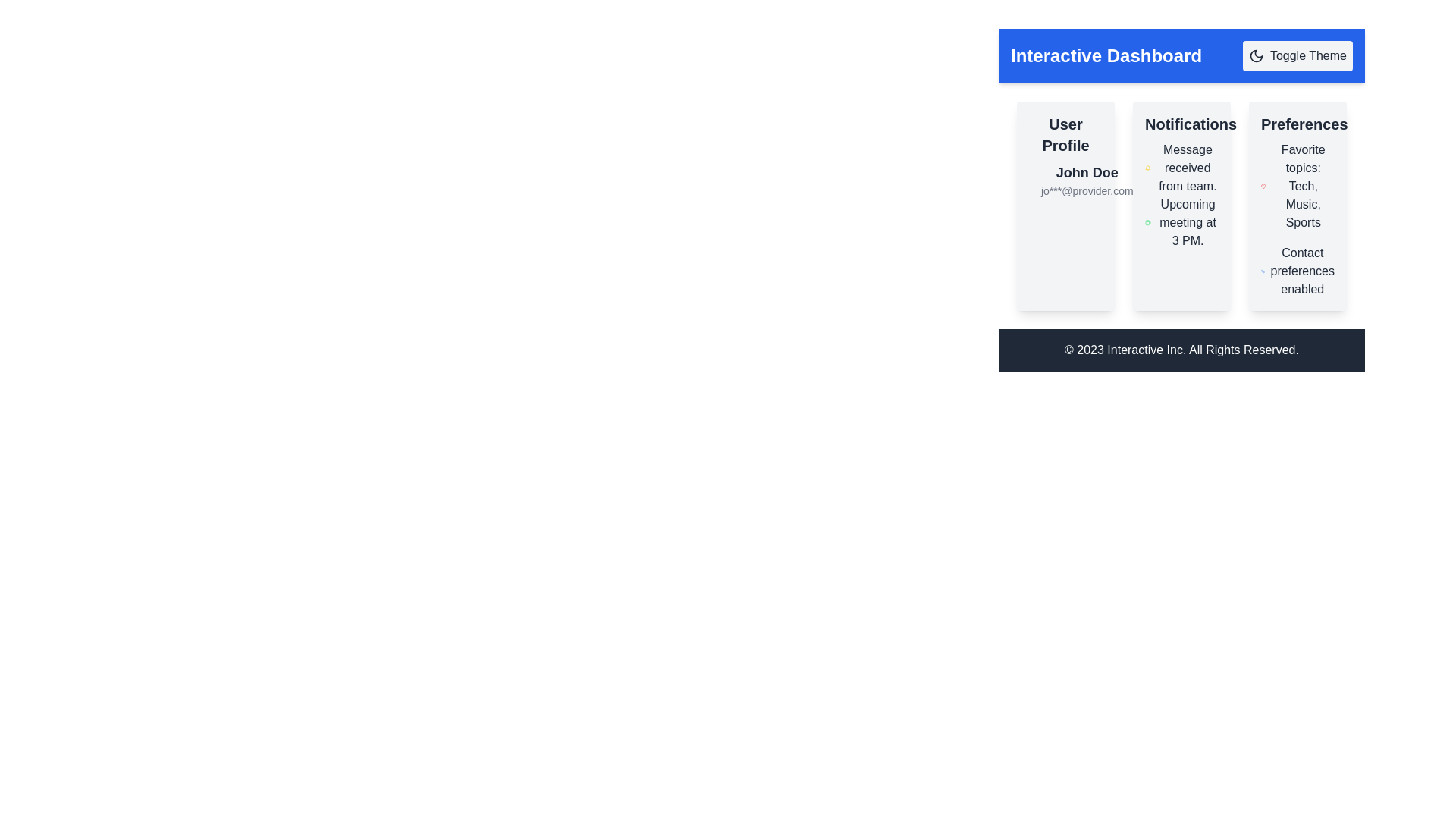 The width and height of the screenshot is (1456, 819). I want to click on small moon icon styled with a thin circular outline, which is part of the theme toggle control adjacent to the label 'Toggle Theme', for accessibility tooltips, so click(1256, 55).